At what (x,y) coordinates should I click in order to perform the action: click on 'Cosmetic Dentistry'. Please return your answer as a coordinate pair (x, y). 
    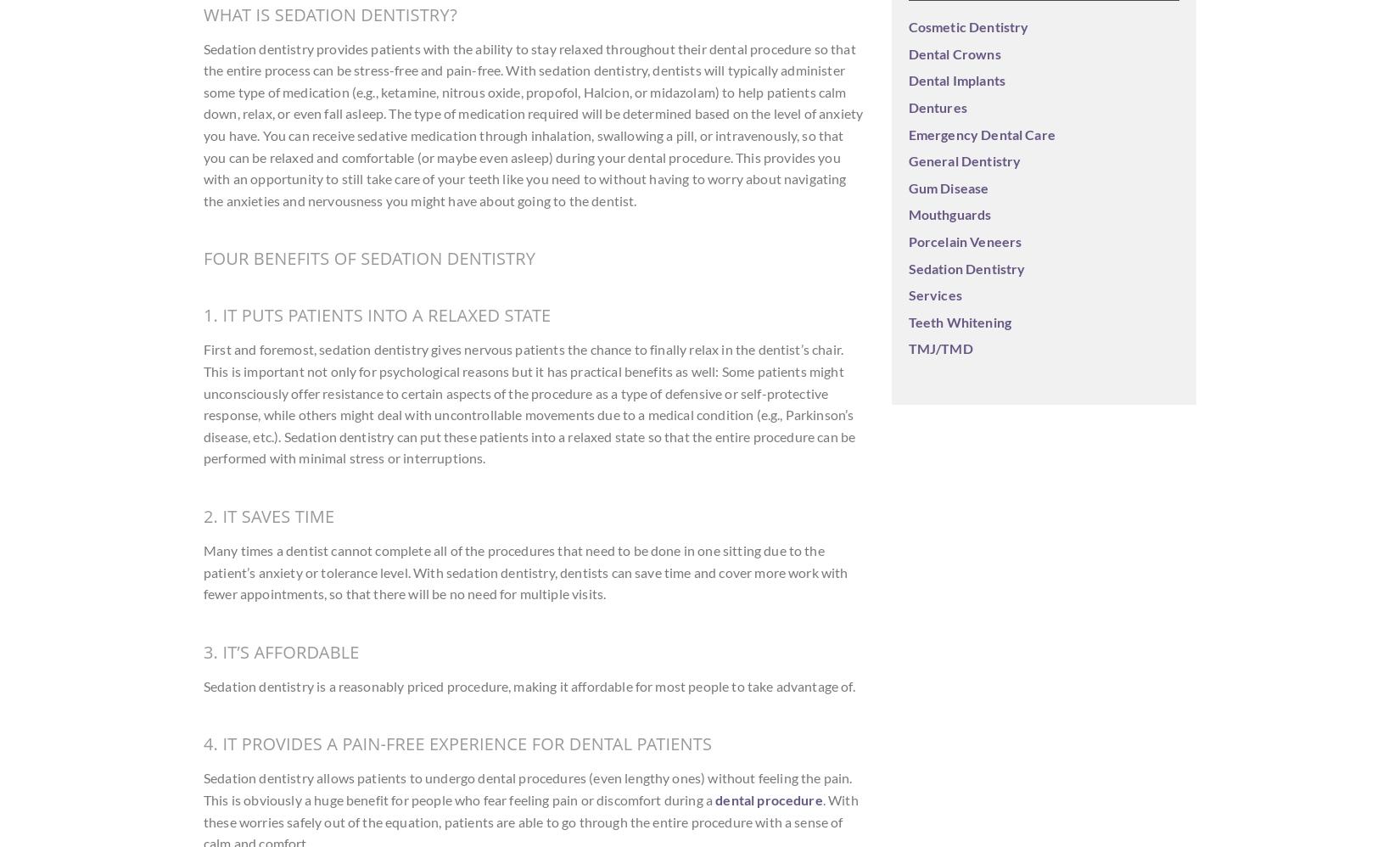
    Looking at the image, I should click on (967, 26).